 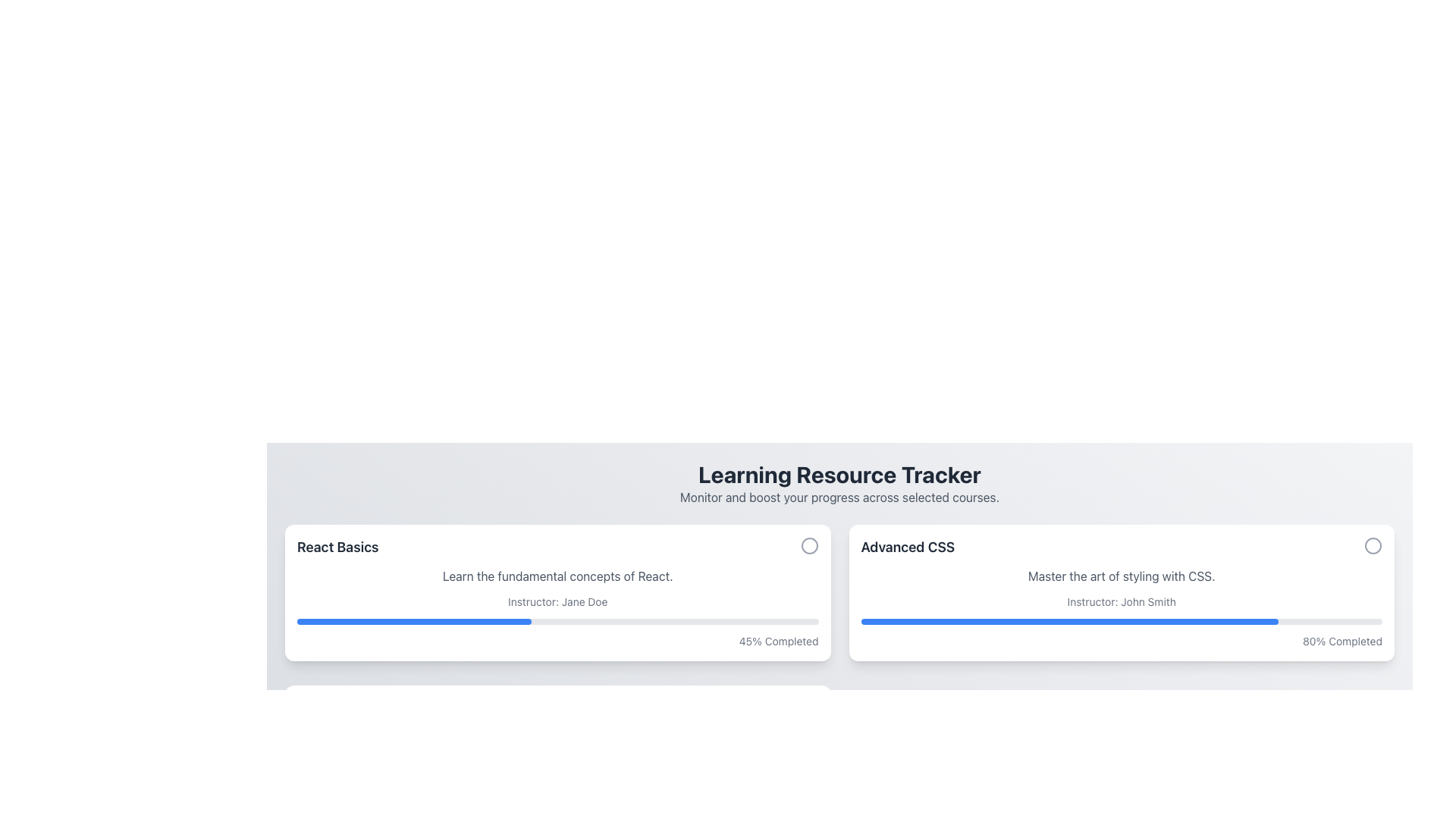 I want to click on gray-colored text 'Master the art of styling with CSS.' located beneath the title 'Advanced CSS' and above 'Instructor: John Smith' in the right card layout, so click(x=1122, y=576).